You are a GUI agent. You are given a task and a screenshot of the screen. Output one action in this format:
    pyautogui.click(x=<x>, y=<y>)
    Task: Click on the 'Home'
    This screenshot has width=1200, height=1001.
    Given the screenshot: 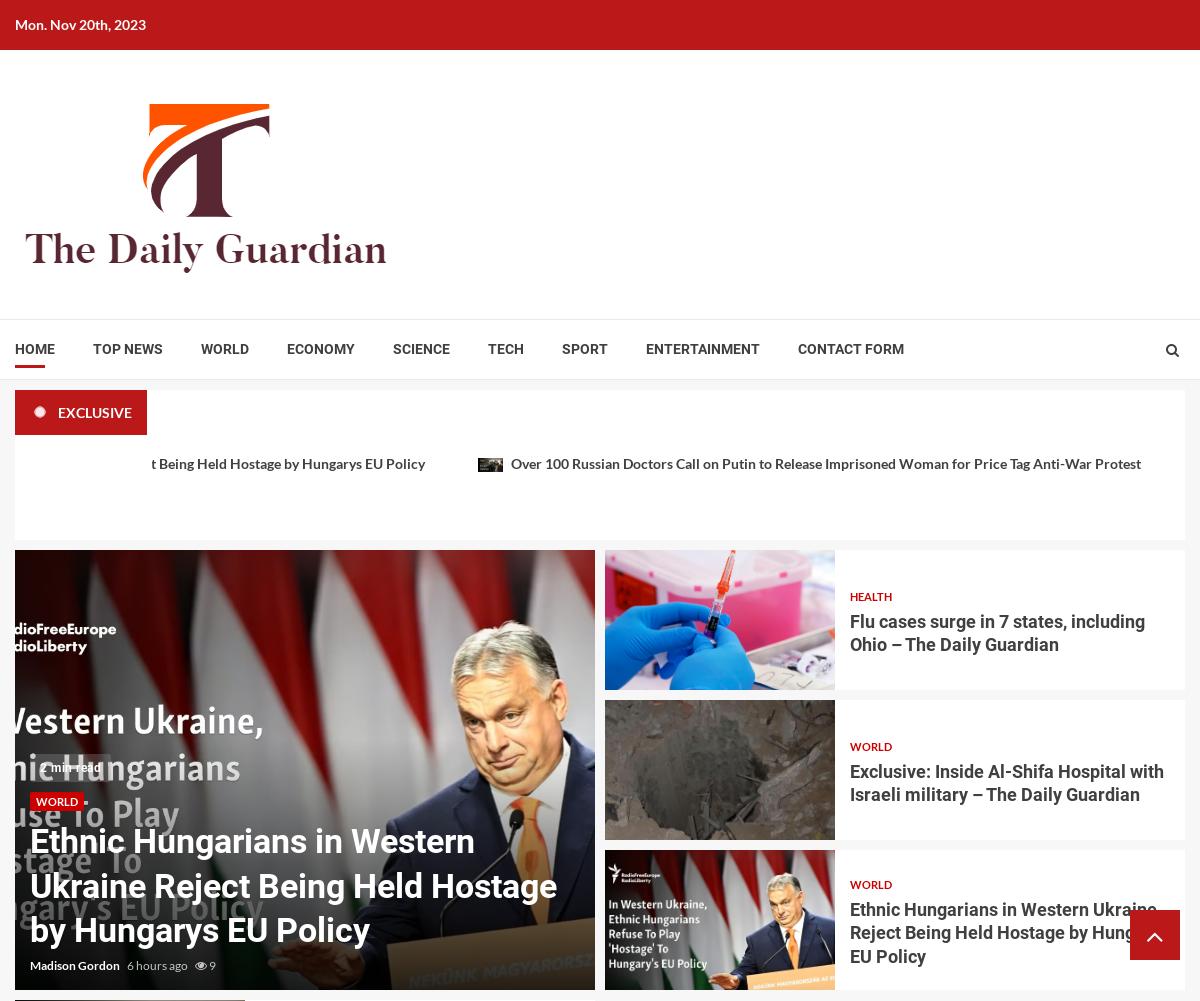 What is the action you would take?
    pyautogui.click(x=35, y=349)
    